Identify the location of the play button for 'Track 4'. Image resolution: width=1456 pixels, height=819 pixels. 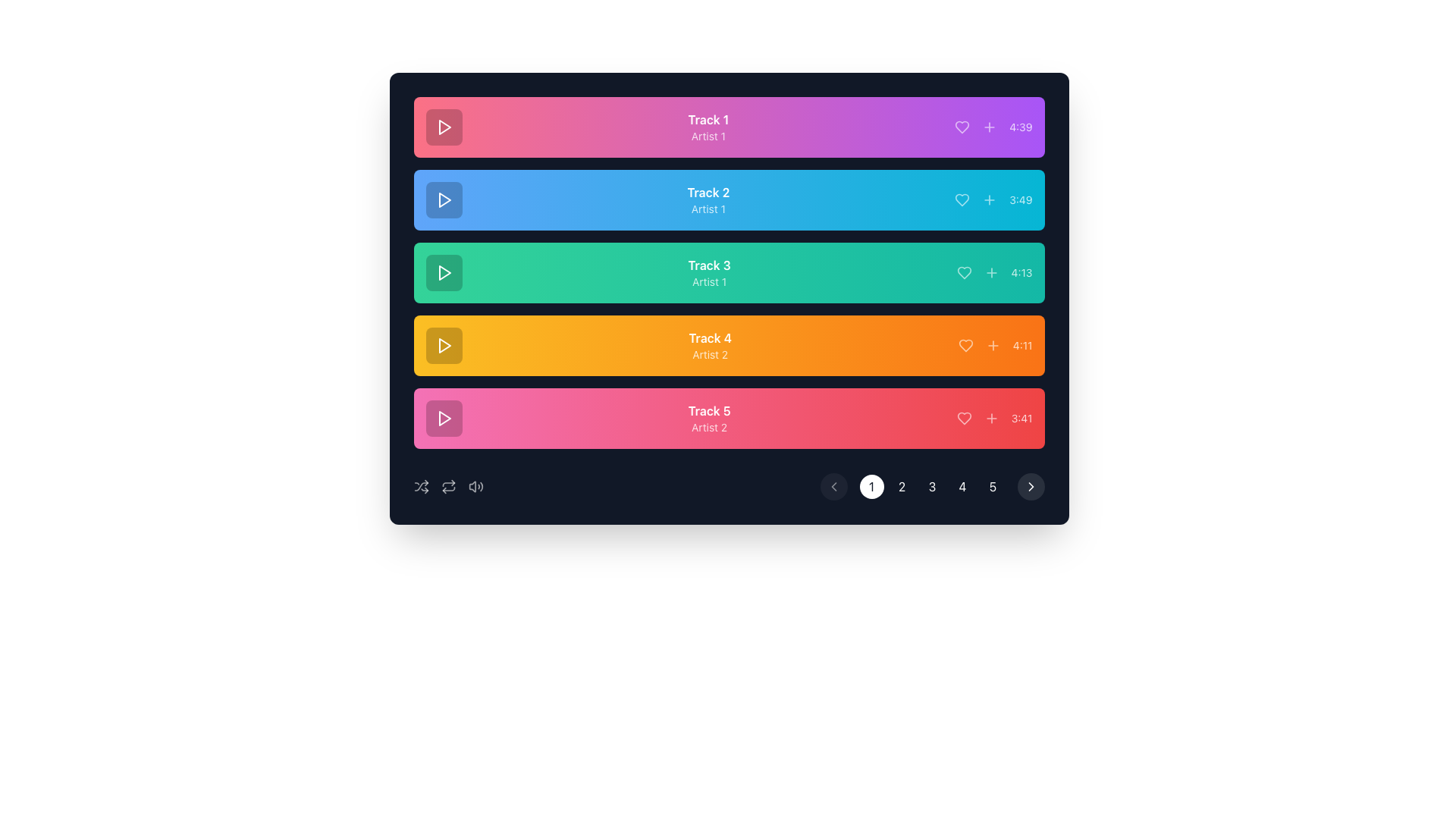
(443, 345).